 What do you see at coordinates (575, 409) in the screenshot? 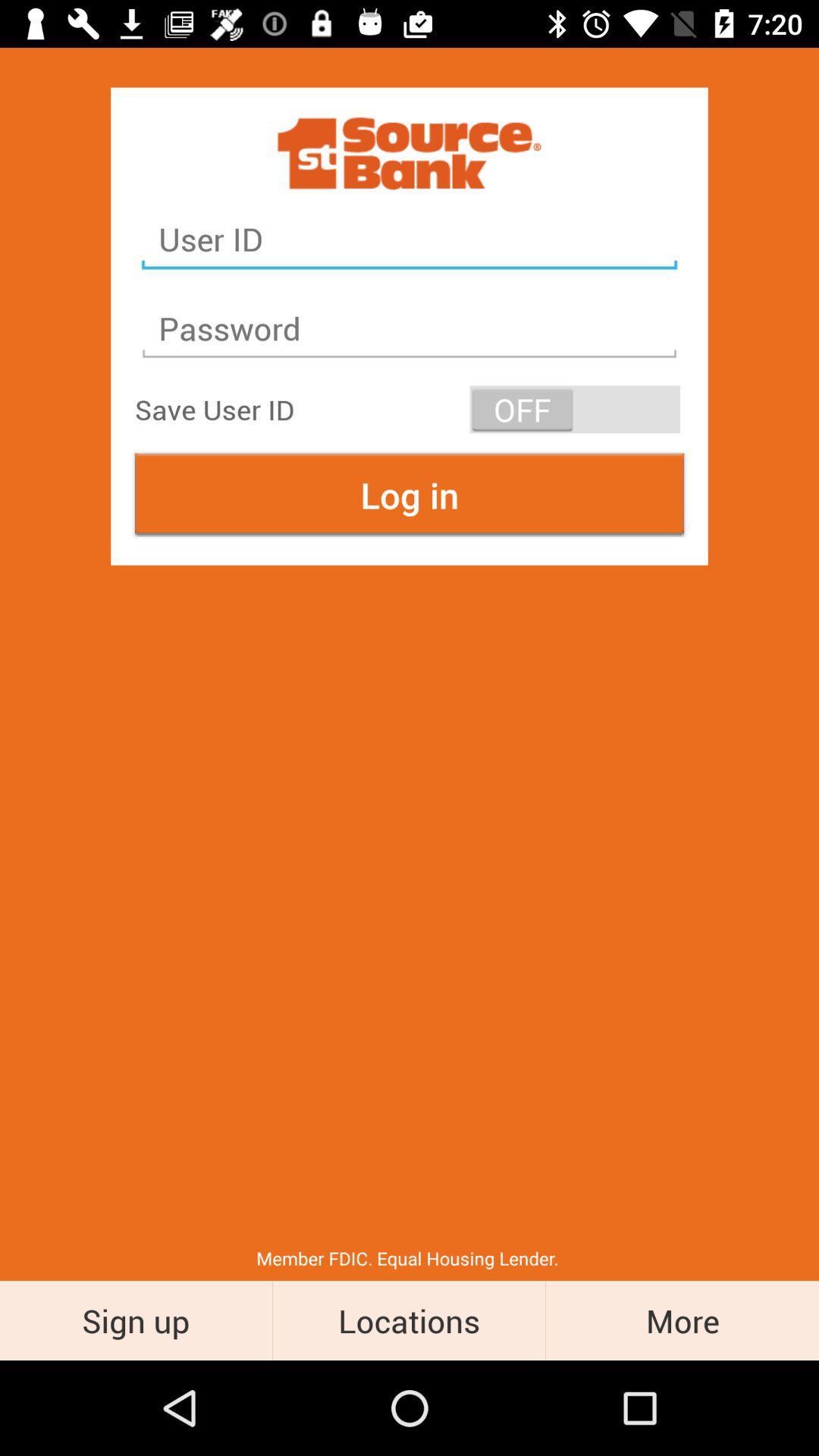
I see `the item to the right of save user id item` at bounding box center [575, 409].